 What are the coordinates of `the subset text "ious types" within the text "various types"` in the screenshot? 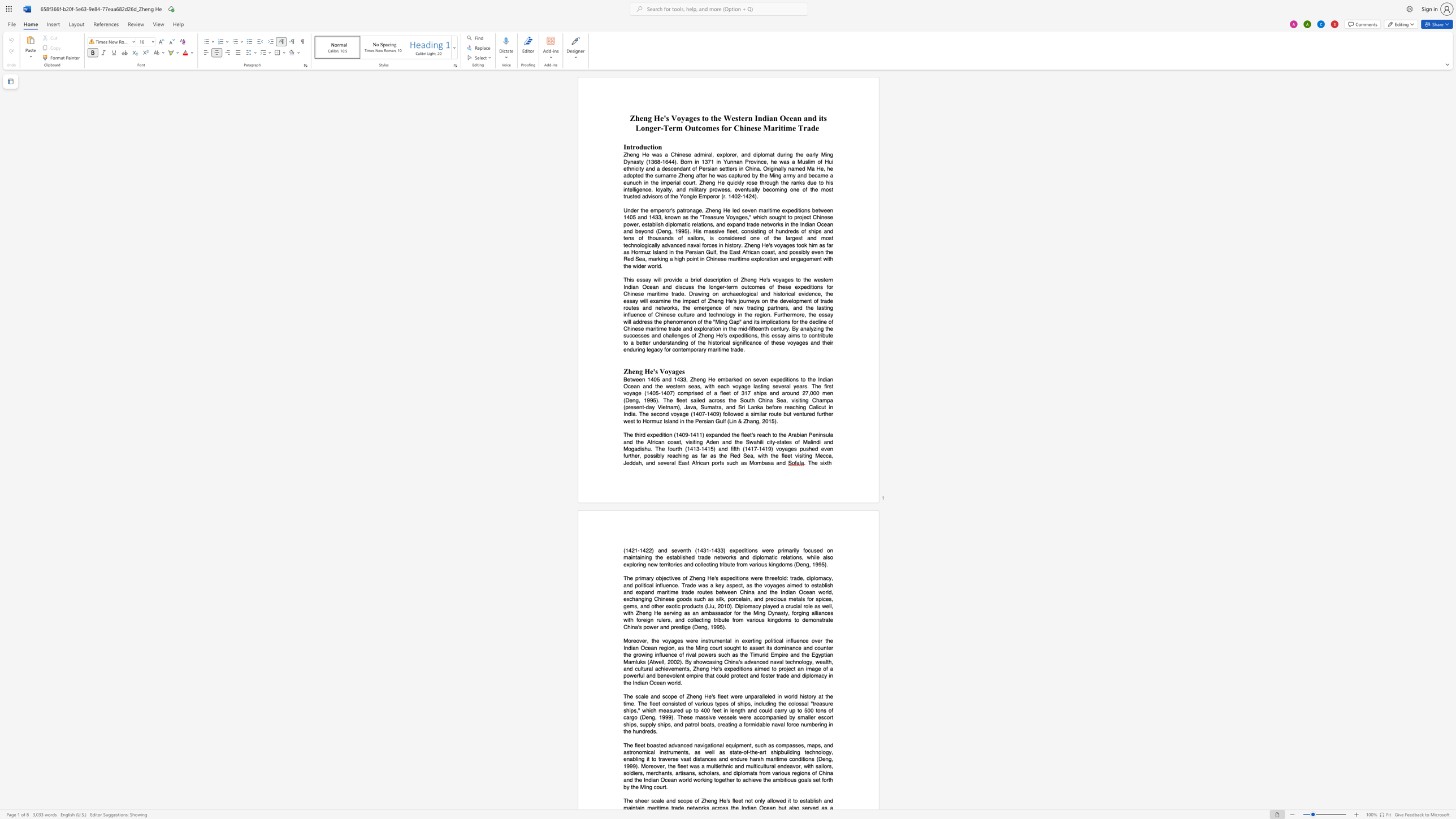 It's located at (702, 703).